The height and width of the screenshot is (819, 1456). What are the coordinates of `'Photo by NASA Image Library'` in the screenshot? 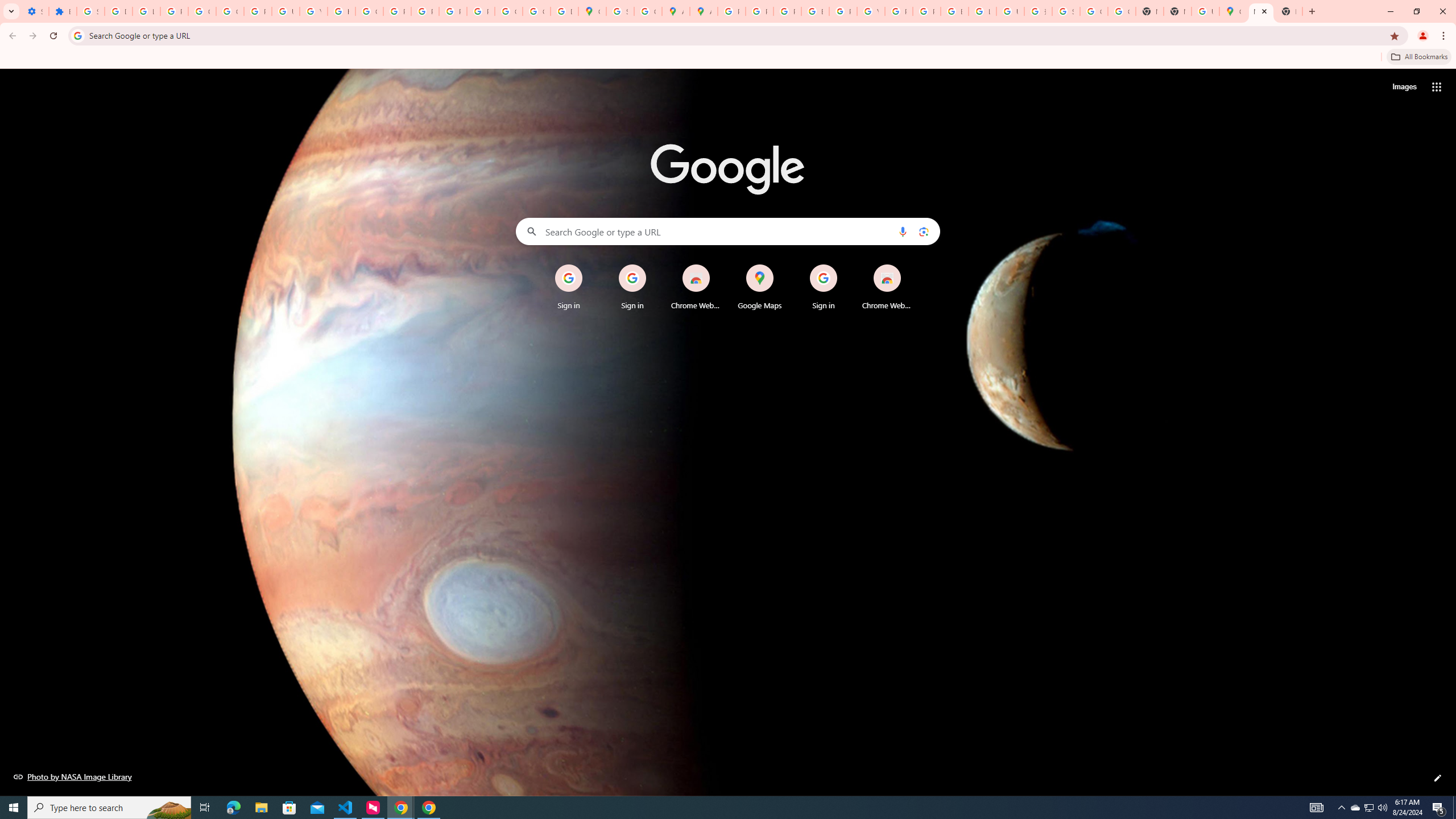 It's located at (72, 776).